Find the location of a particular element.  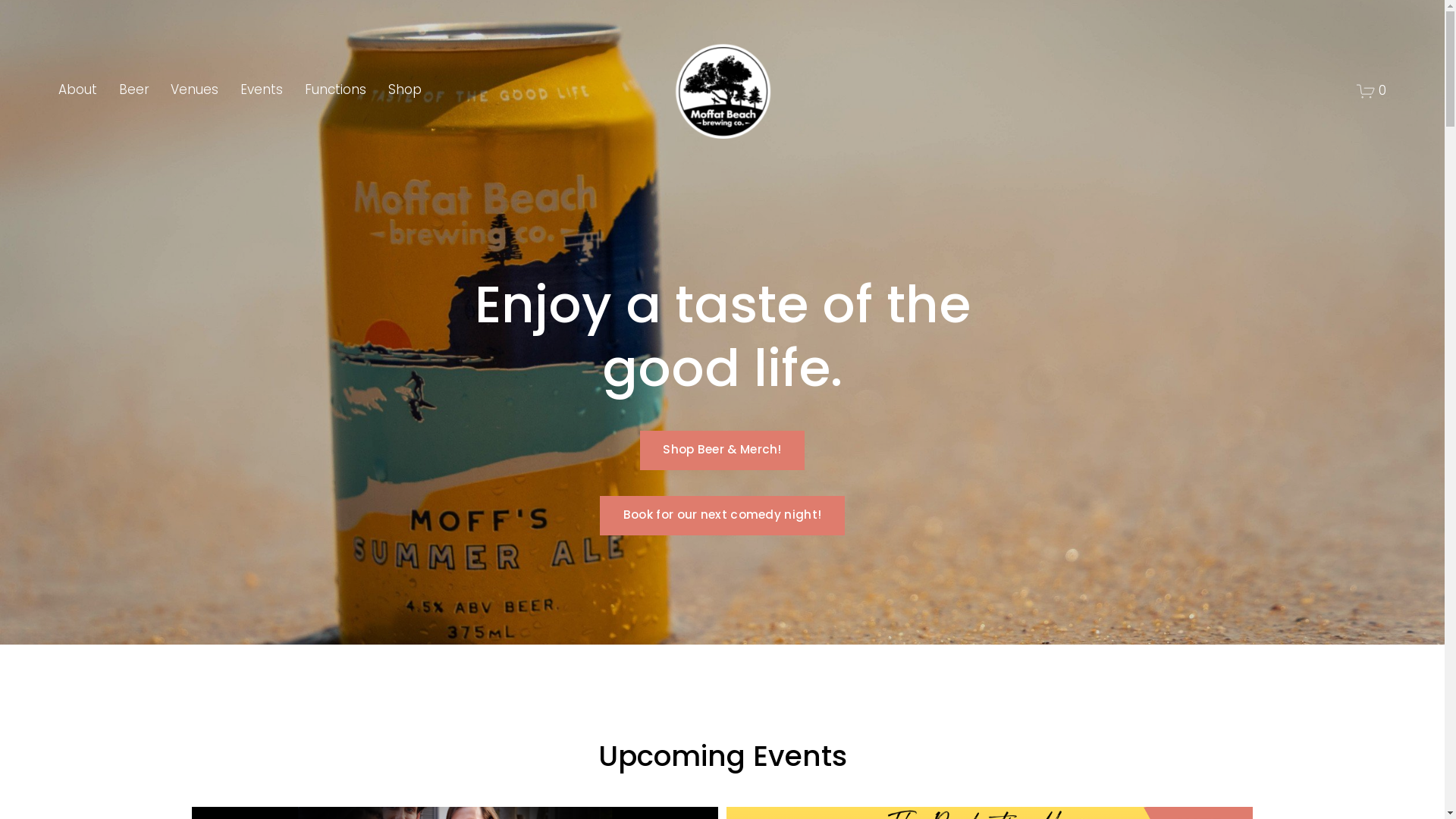

'Shop' is located at coordinates (388, 90).